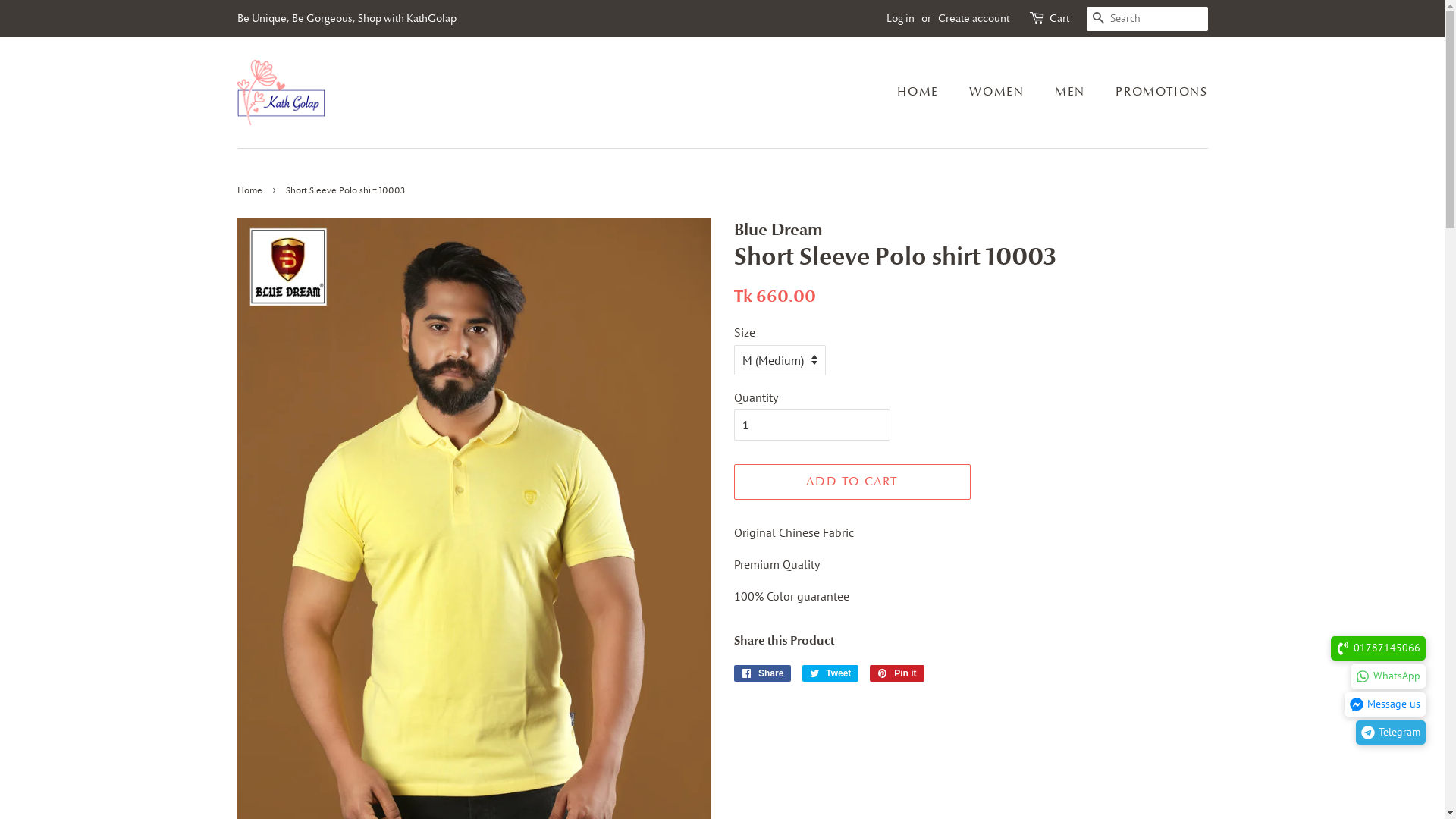 The image size is (1456, 819). What do you see at coordinates (972, 17) in the screenshot?
I see `'Create account'` at bounding box center [972, 17].